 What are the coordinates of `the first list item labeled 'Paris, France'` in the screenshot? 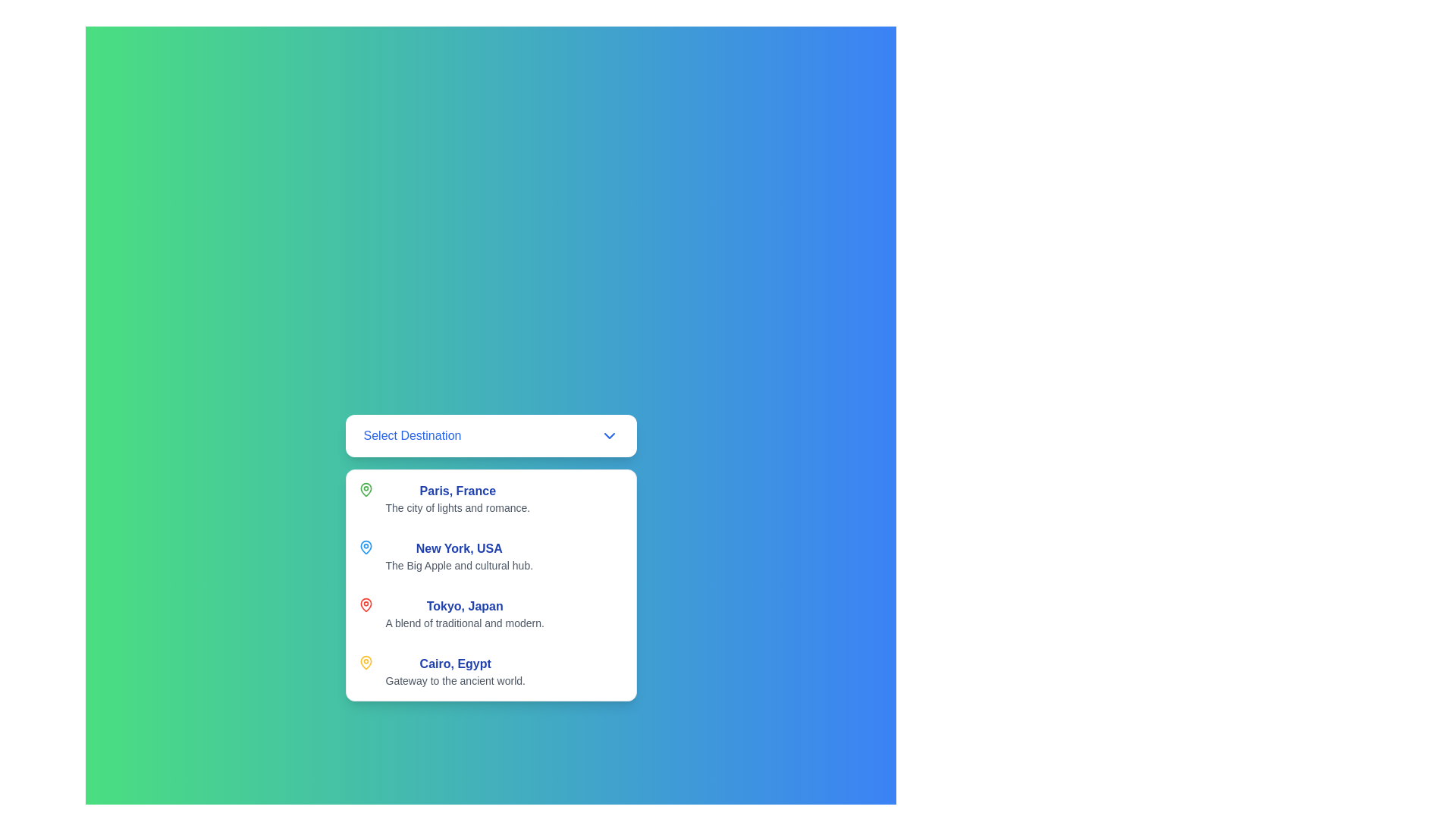 It's located at (491, 499).